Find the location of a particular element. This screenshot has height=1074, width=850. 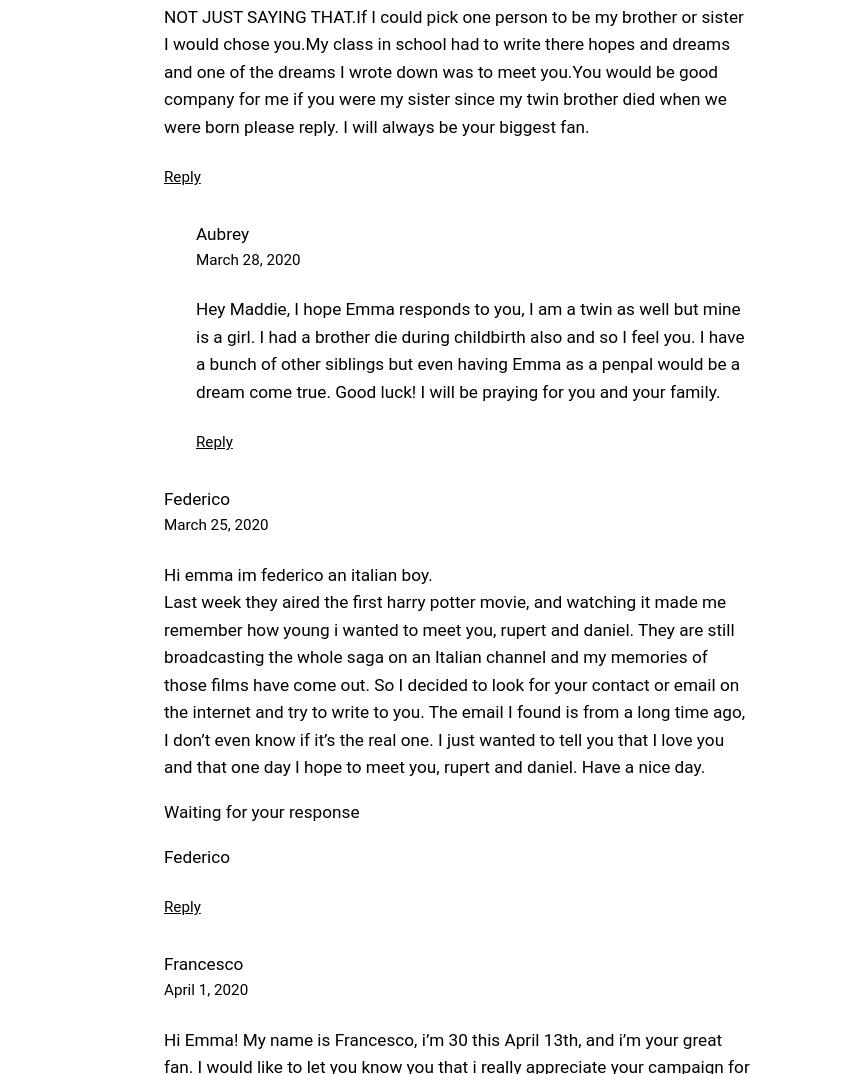

'March 28, 2020' is located at coordinates (248, 259).